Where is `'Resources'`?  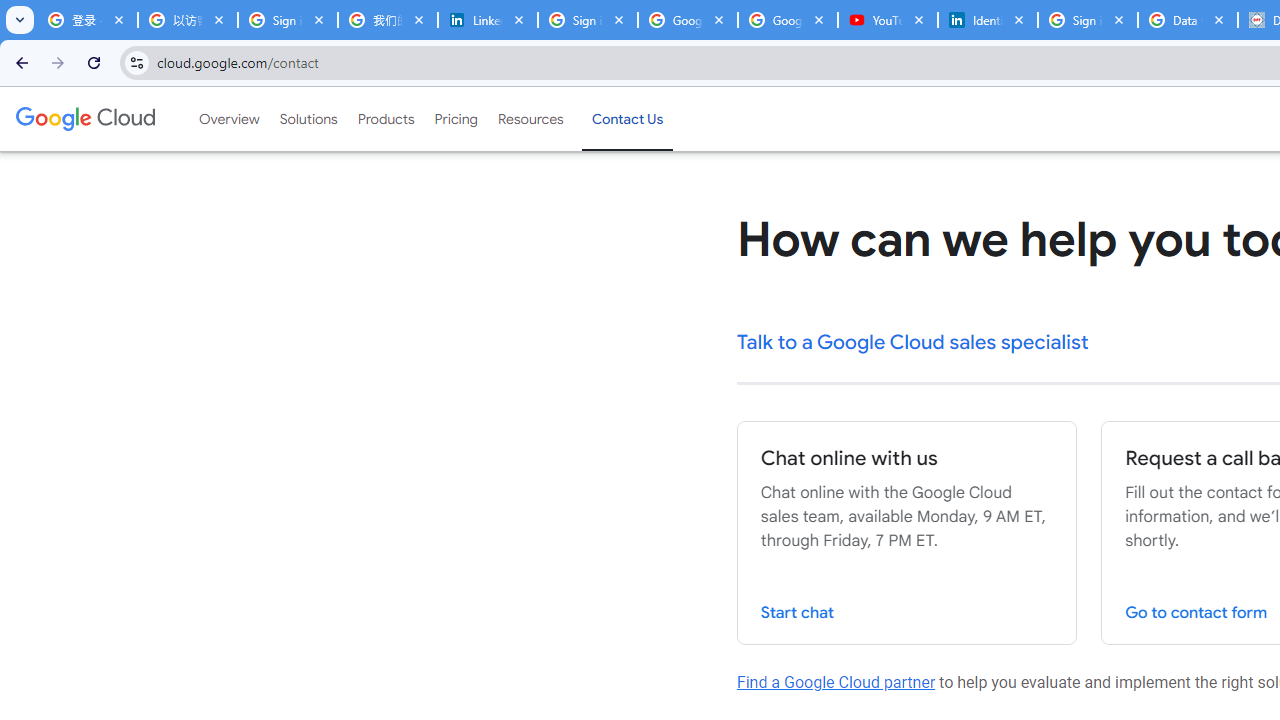 'Resources' is located at coordinates (530, 119).